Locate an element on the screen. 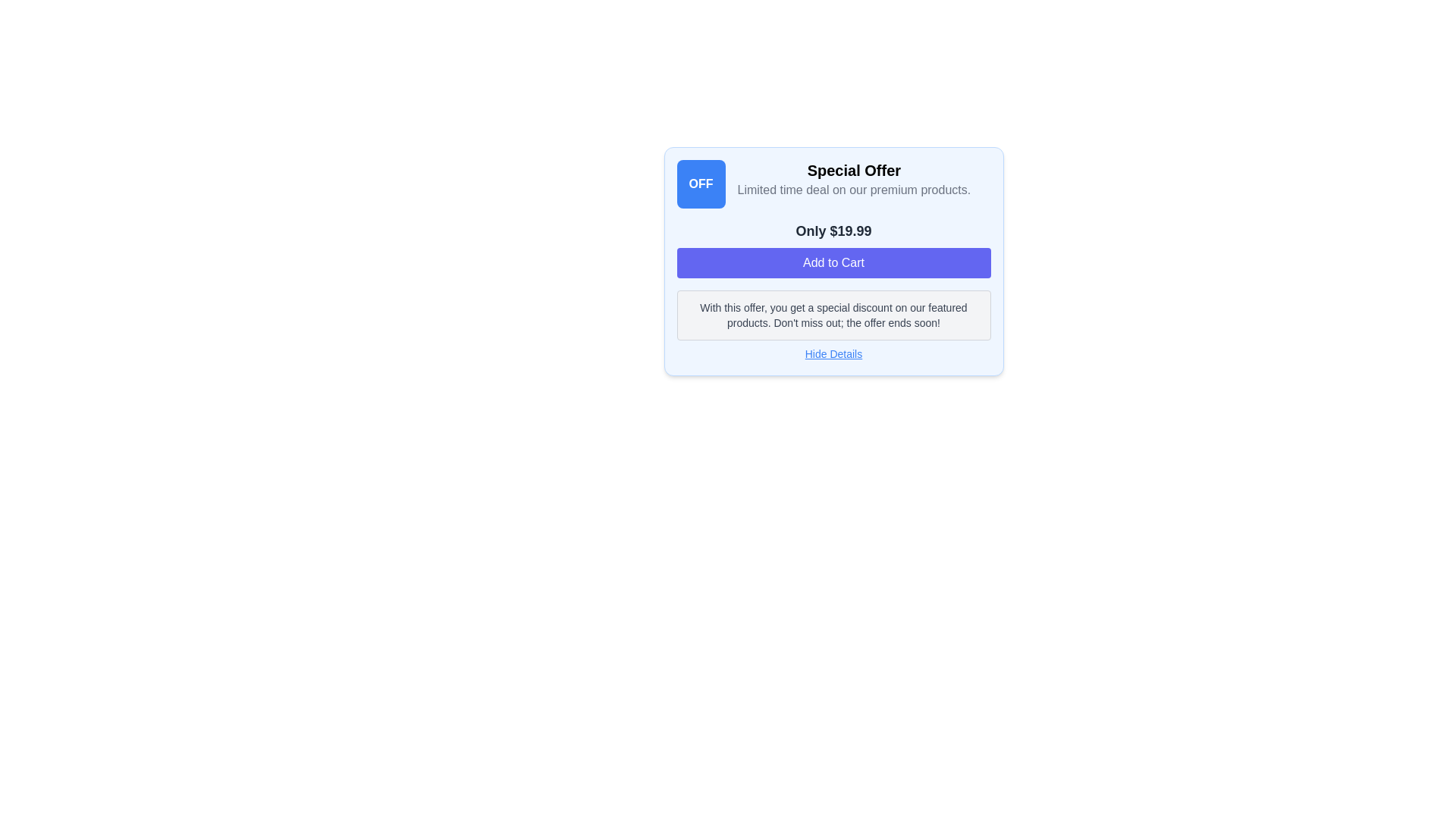 The height and width of the screenshot is (819, 1456). the text label displaying 'Only $19.99' which is bold and centered on a light blue background is located at coordinates (833, 231).